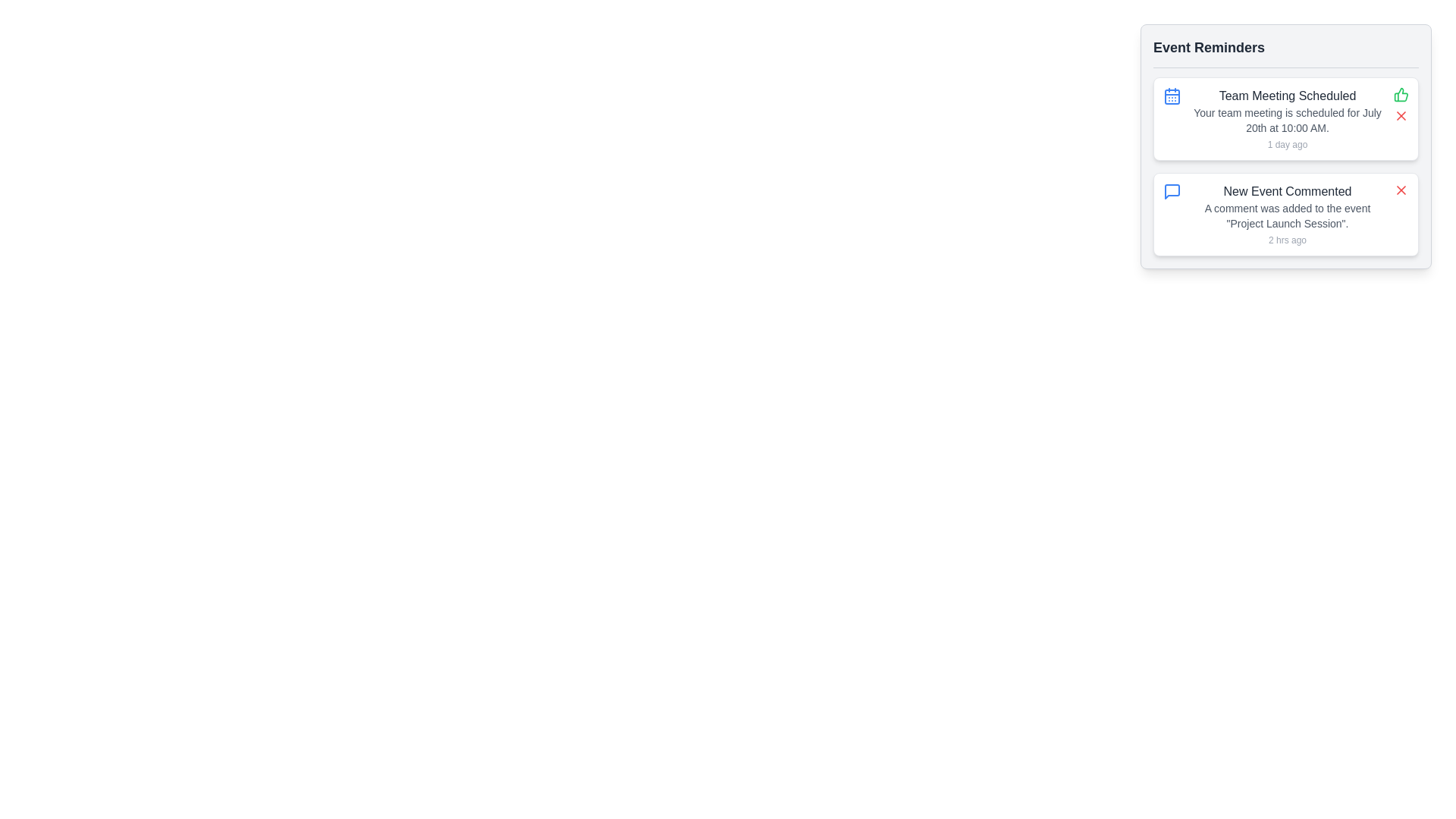  What do you see at coordinates (1287, 145) in the screenshot?
I see `the static text display that reads '1 day ago' located below the notification about a scheduled team meeting in the card titled 'Team Meeting Scheduled'` at bounding box center [1287, 145].